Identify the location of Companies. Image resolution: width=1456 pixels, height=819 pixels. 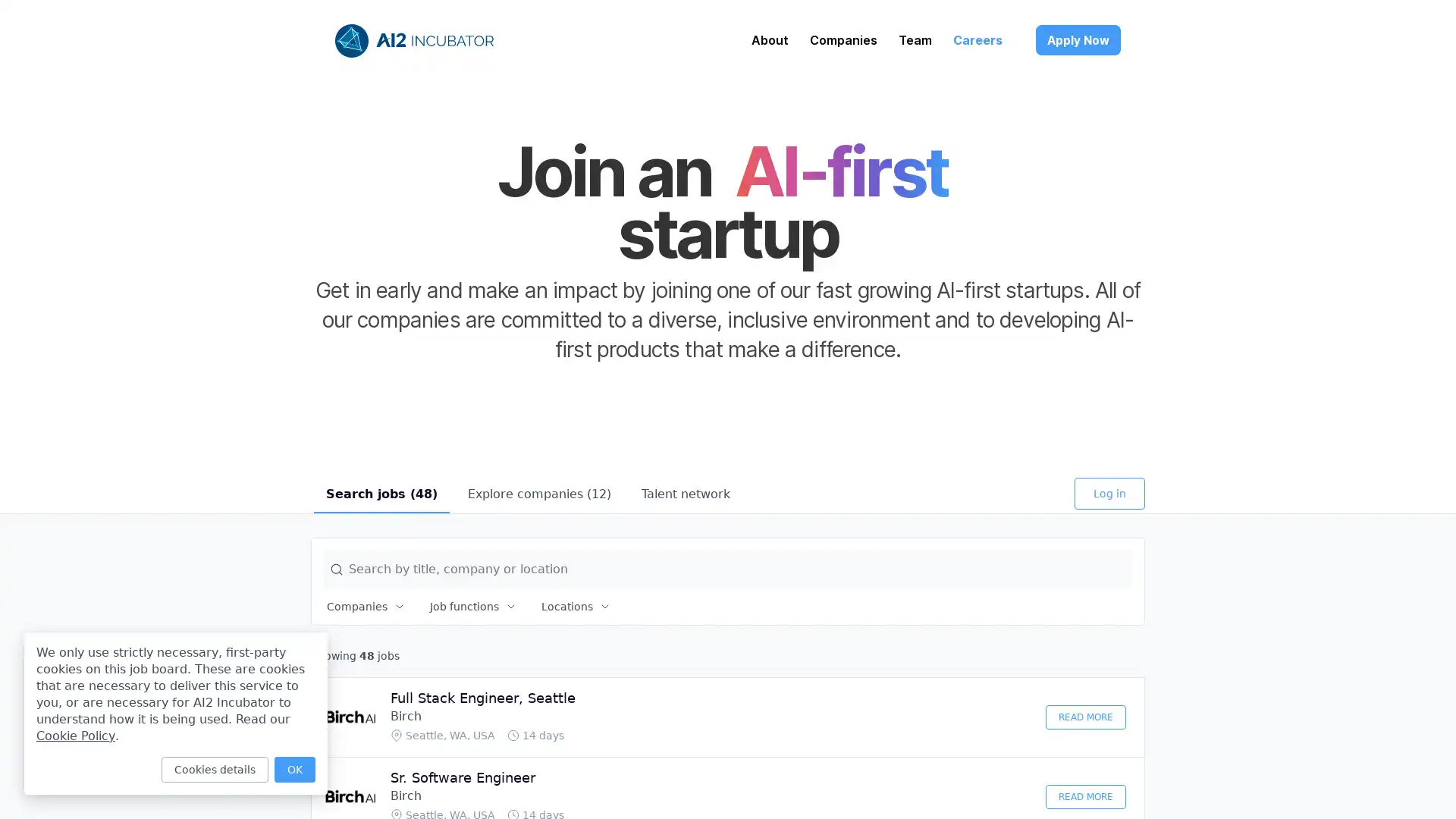
(366, 604).